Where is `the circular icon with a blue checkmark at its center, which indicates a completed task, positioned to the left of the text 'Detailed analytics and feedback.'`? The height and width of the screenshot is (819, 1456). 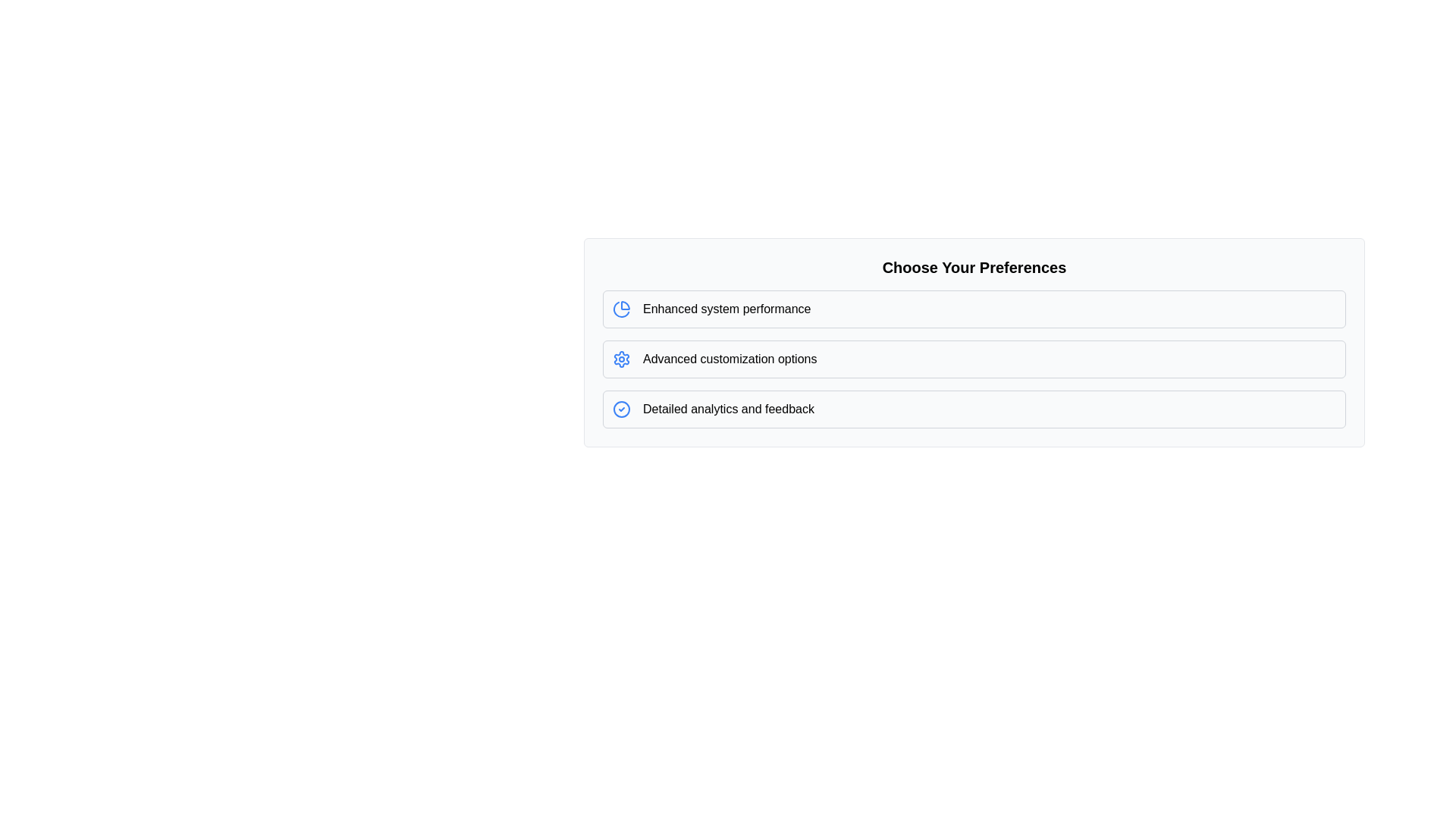
the circular icon with a blue checkmark at its center, which indicates a completed task, positioned to the left of the text 'Detailed analytics and feedback.' is located at coordinates (622, 409).